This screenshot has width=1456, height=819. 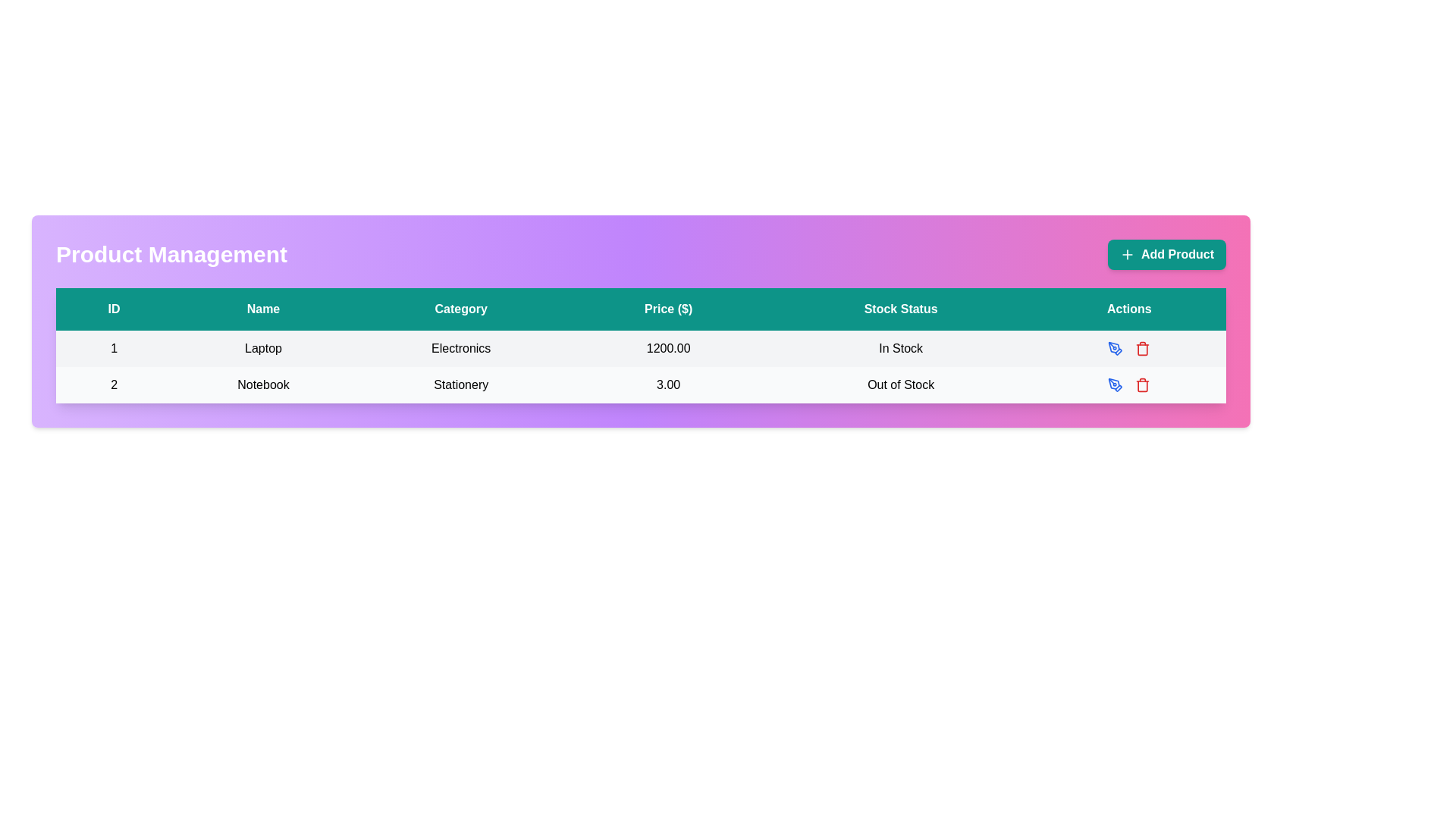 What do you see at coordinates (1116, 384) in the screenshot?
I see `the edit icon located` at bounding box center [1116, 384].